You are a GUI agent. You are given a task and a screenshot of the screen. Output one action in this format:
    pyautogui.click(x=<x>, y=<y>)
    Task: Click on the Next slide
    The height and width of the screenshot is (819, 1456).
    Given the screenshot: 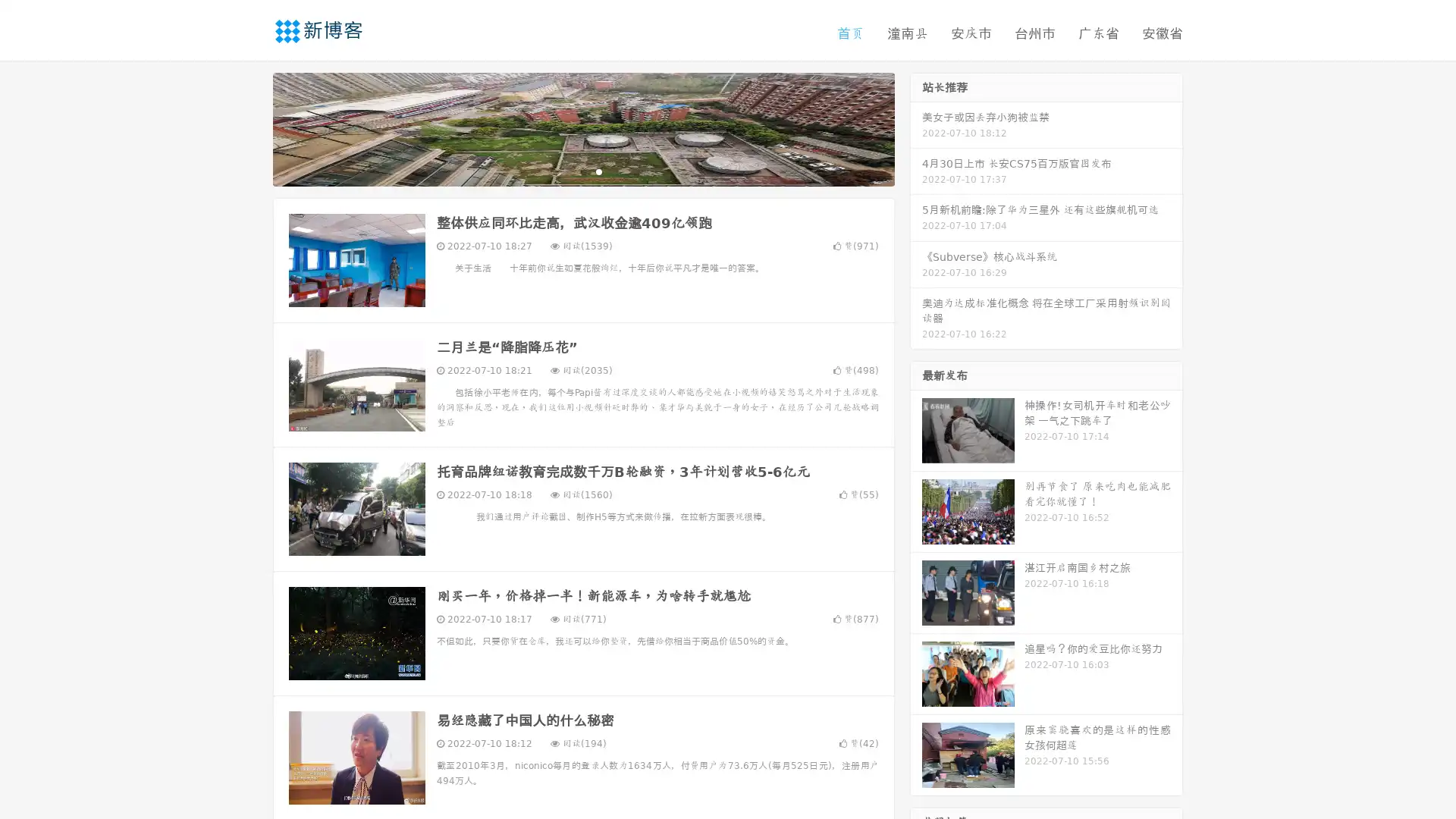 What is the action you would take?
    pyautogui.click(x=916, y=127)
    